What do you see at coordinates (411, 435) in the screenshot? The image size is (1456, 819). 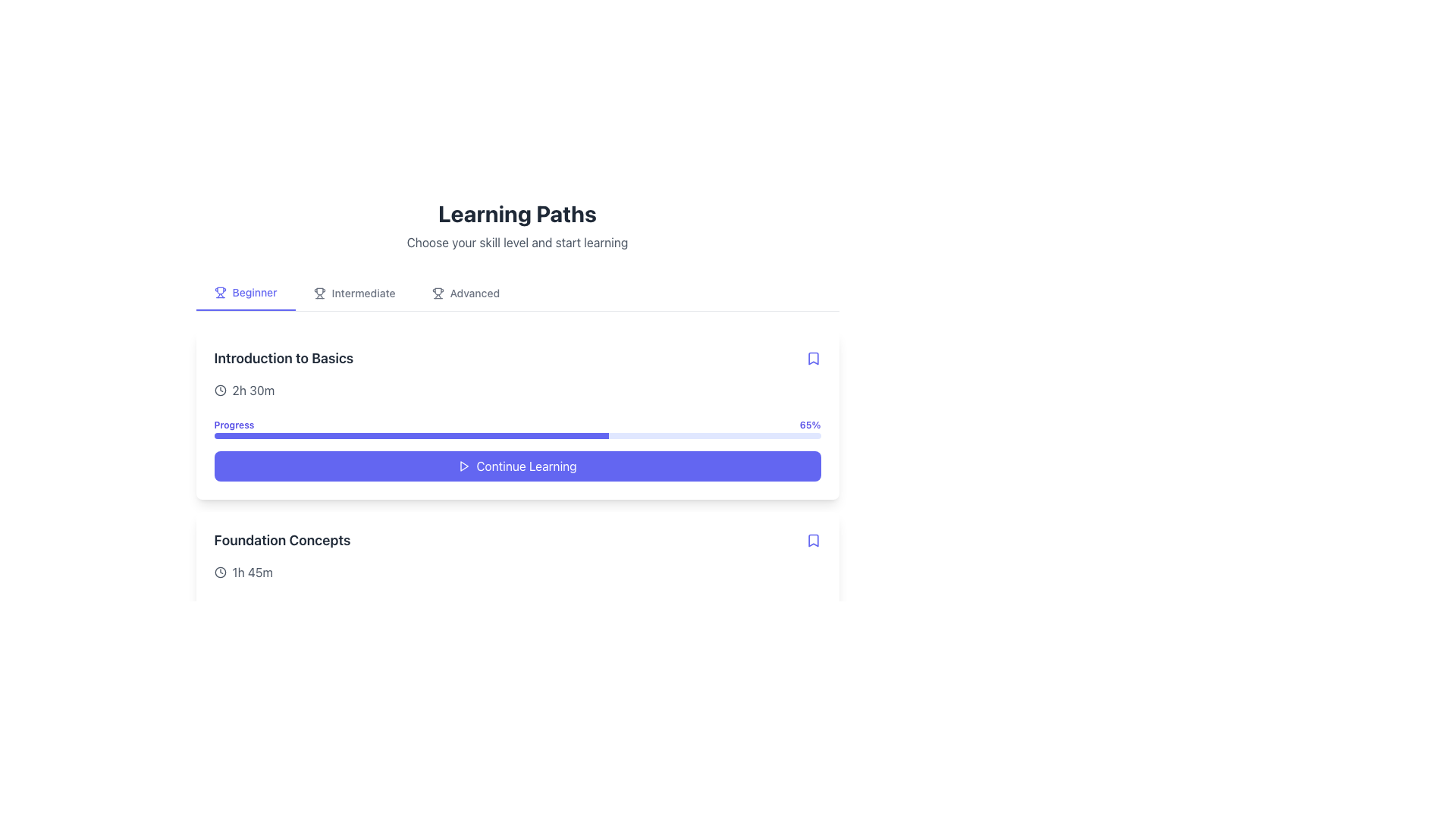 I see `the filled portion of the progress bar, which is a deep indigo colored bar located beneath the 'Introduction to Basics' label and above the 'Continue Learning' button` at bounding box center [411, 435].